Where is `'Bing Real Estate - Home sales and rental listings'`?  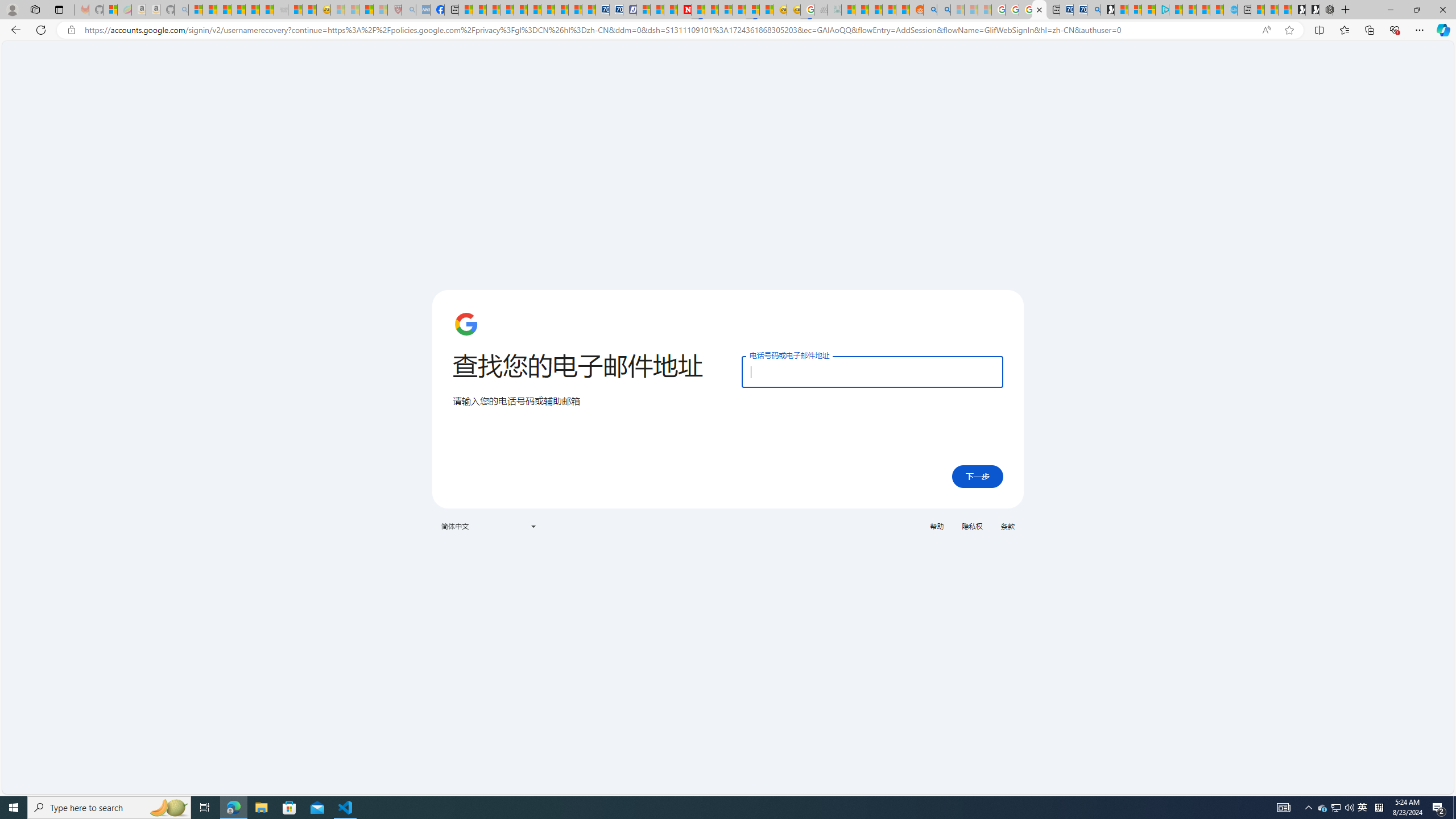
'Bing Real Estate - Home sales and rental listings' is located at coordinates (1093, 9).